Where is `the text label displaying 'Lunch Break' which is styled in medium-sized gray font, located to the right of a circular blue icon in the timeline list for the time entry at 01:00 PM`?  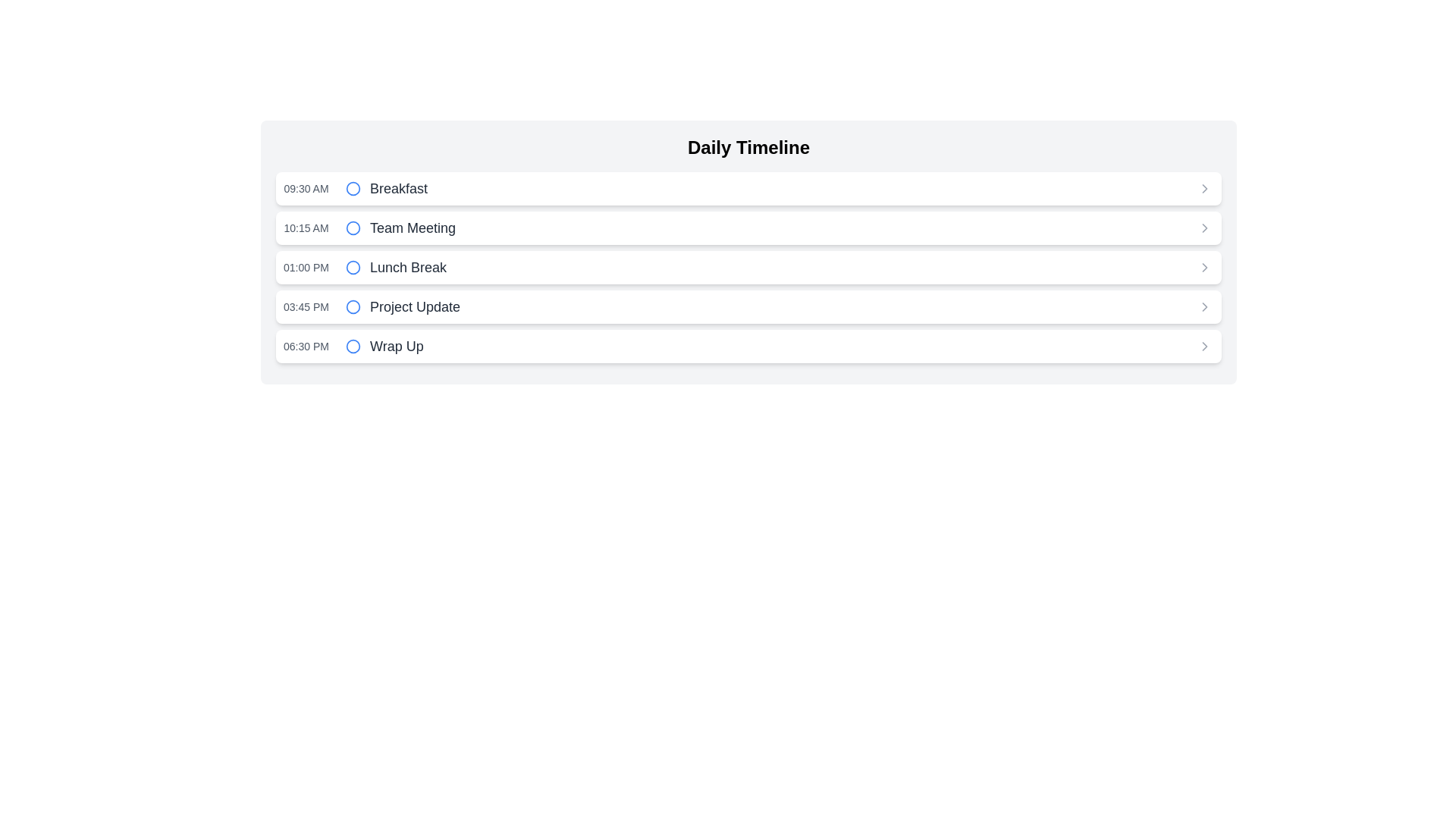
the text label displaying 'Lunch Break' which is styled in medium-sized gray font, located to the right of a circular blue icon in the timeline list for the time entry at 01:00 PM is located at coordinates (408, 267).